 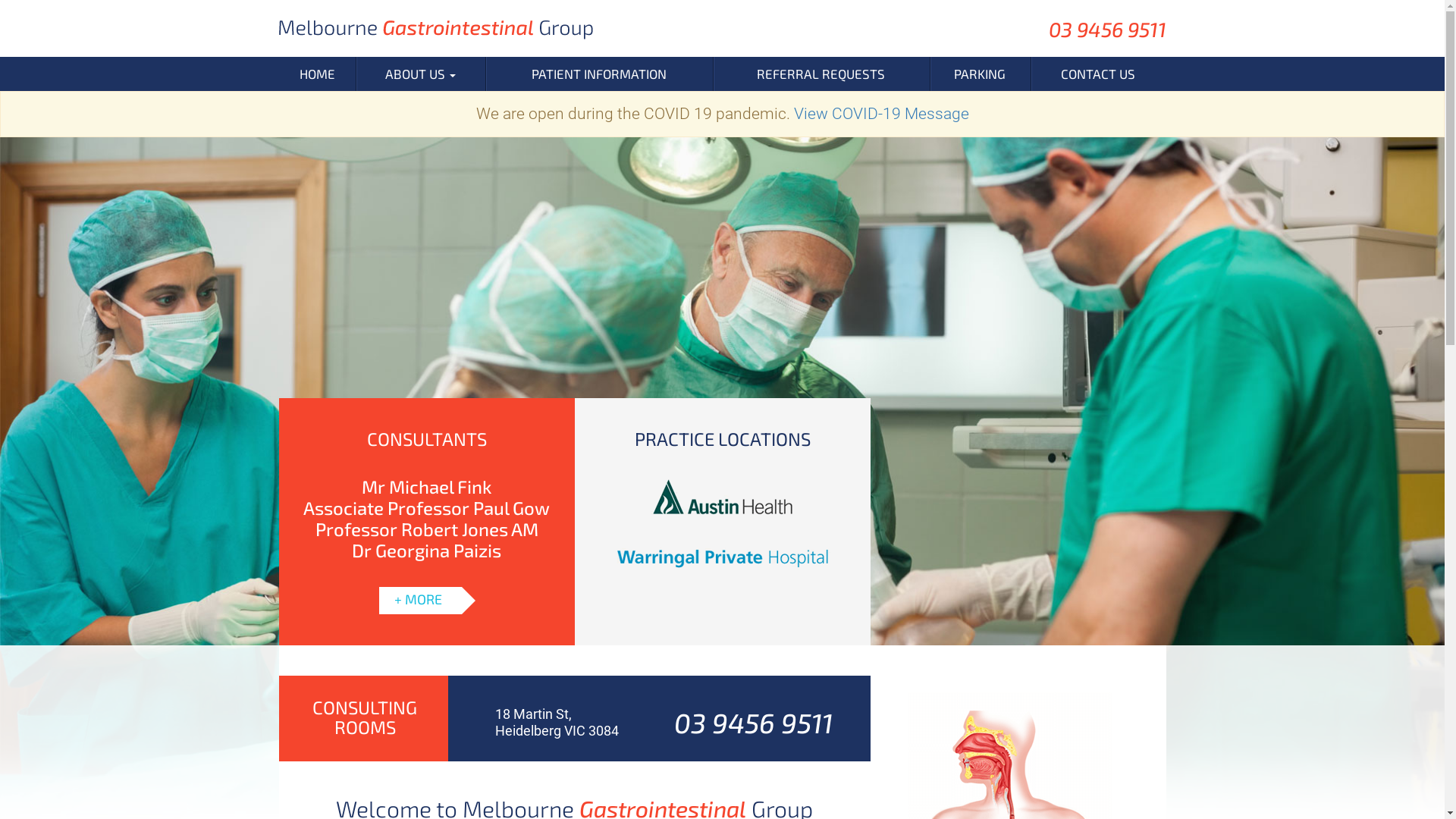 What do you see at coordinates (420, 74) in the screenshot?
I see `'ABOUT US'` at bounding box center [420, 74].